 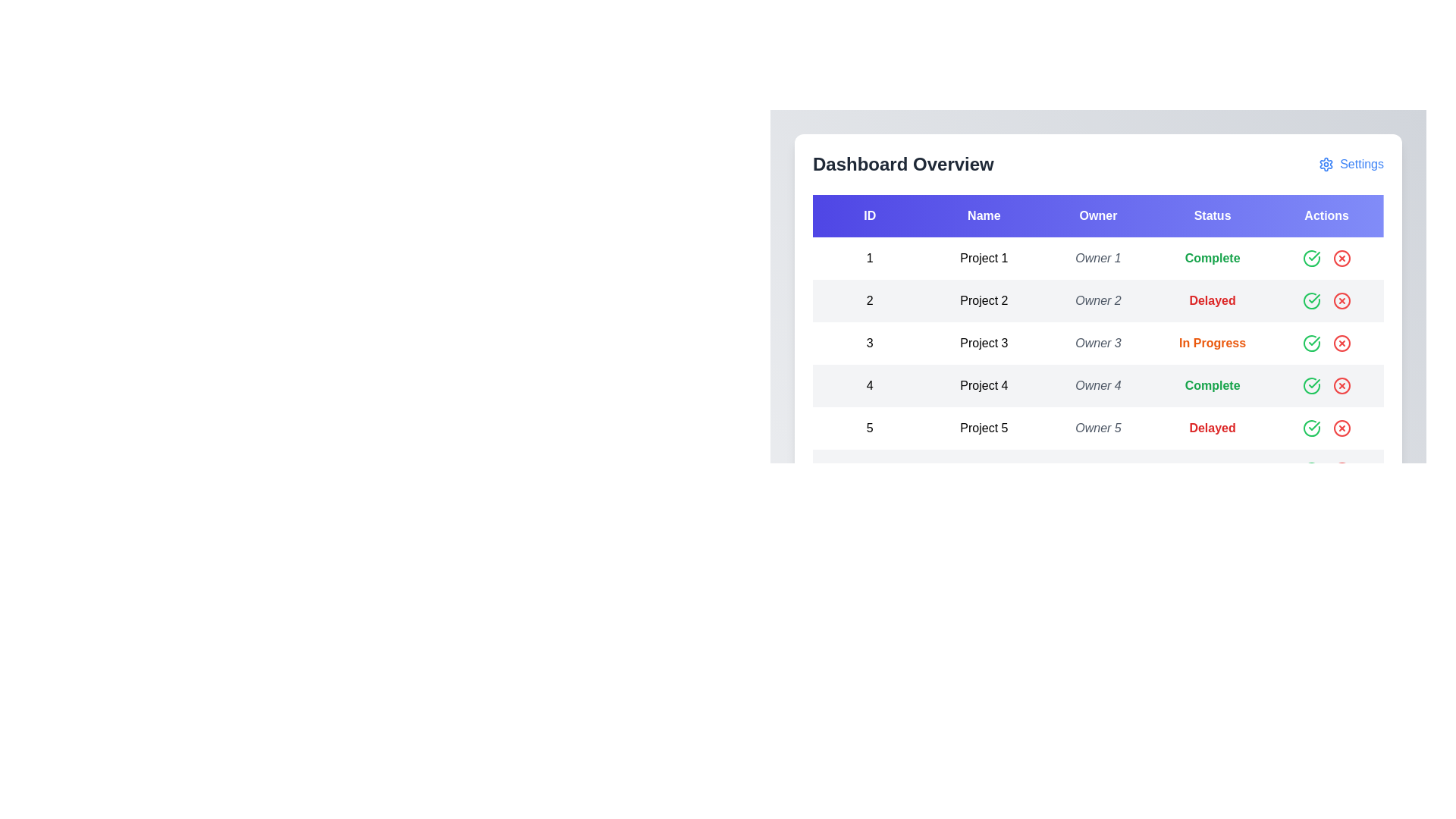 What do you see at coordinates (1310, 385) in the screenshot?
I see `green button in the actions column for the task with ID 4` at bounding box center [1310, 385].